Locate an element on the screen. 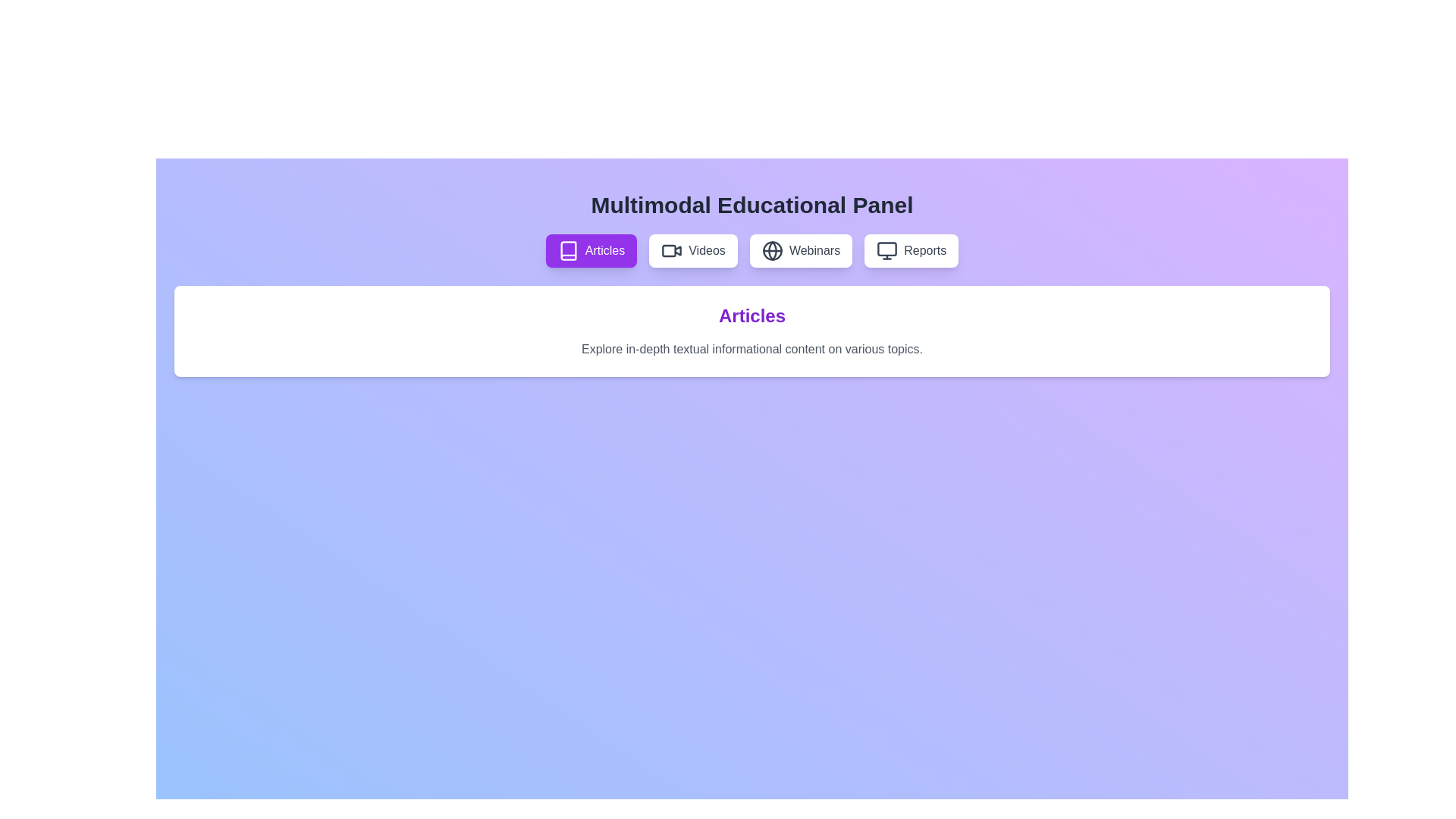 The height and width of the screenshot is (819, 1456). the 'Reports' button, which is styled with a white background, rounded corners, and contains a computer monitor icon on the left side of the text in gray typography is located at coordinates (911, 250).